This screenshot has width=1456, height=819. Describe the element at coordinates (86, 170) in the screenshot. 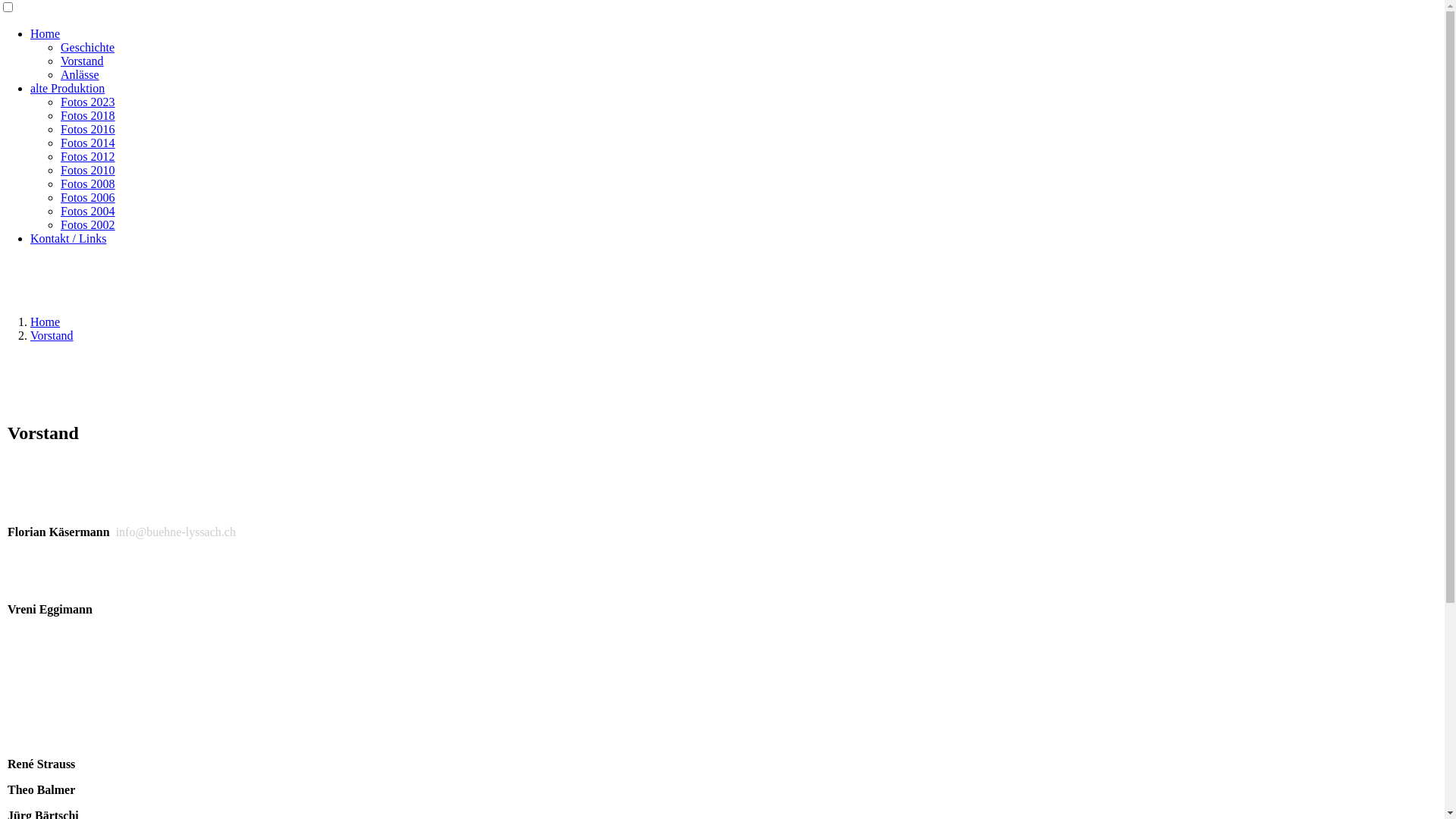

I see `'Fotos 2010'` at that location.